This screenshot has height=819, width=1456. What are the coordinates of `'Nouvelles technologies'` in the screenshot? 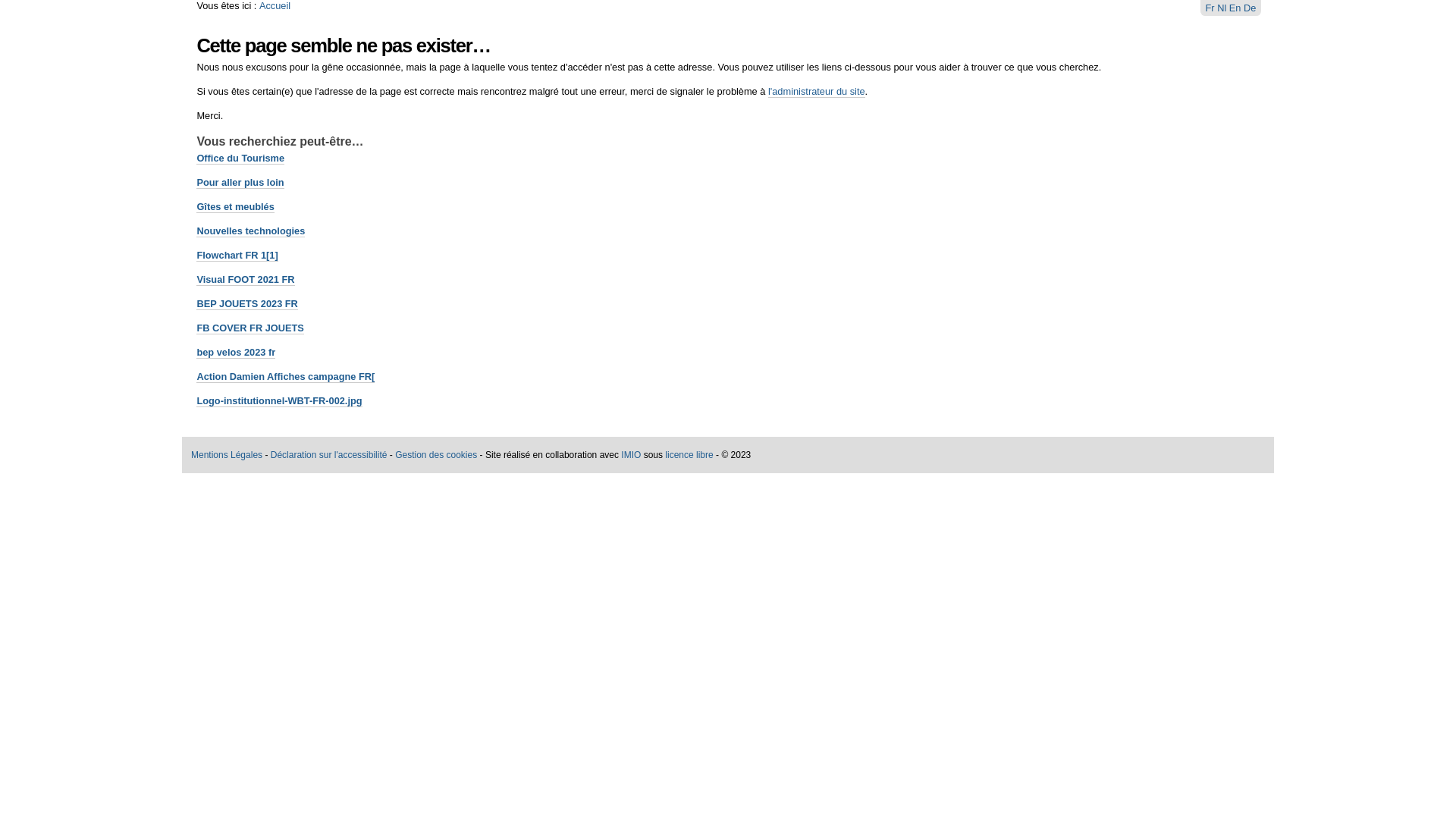 It's located at (250, 231).